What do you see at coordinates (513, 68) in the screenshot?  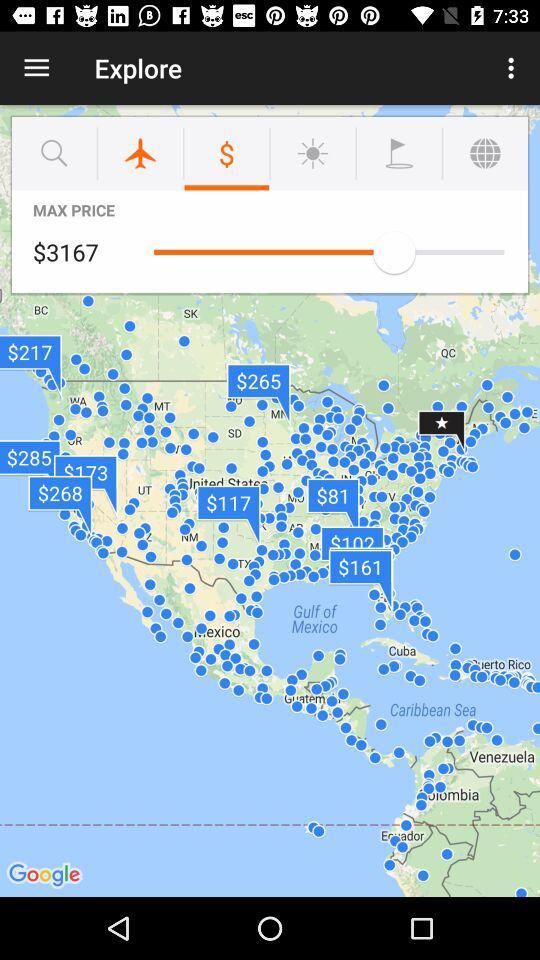 I see `item next to explore` at bounding box center [513, 68].